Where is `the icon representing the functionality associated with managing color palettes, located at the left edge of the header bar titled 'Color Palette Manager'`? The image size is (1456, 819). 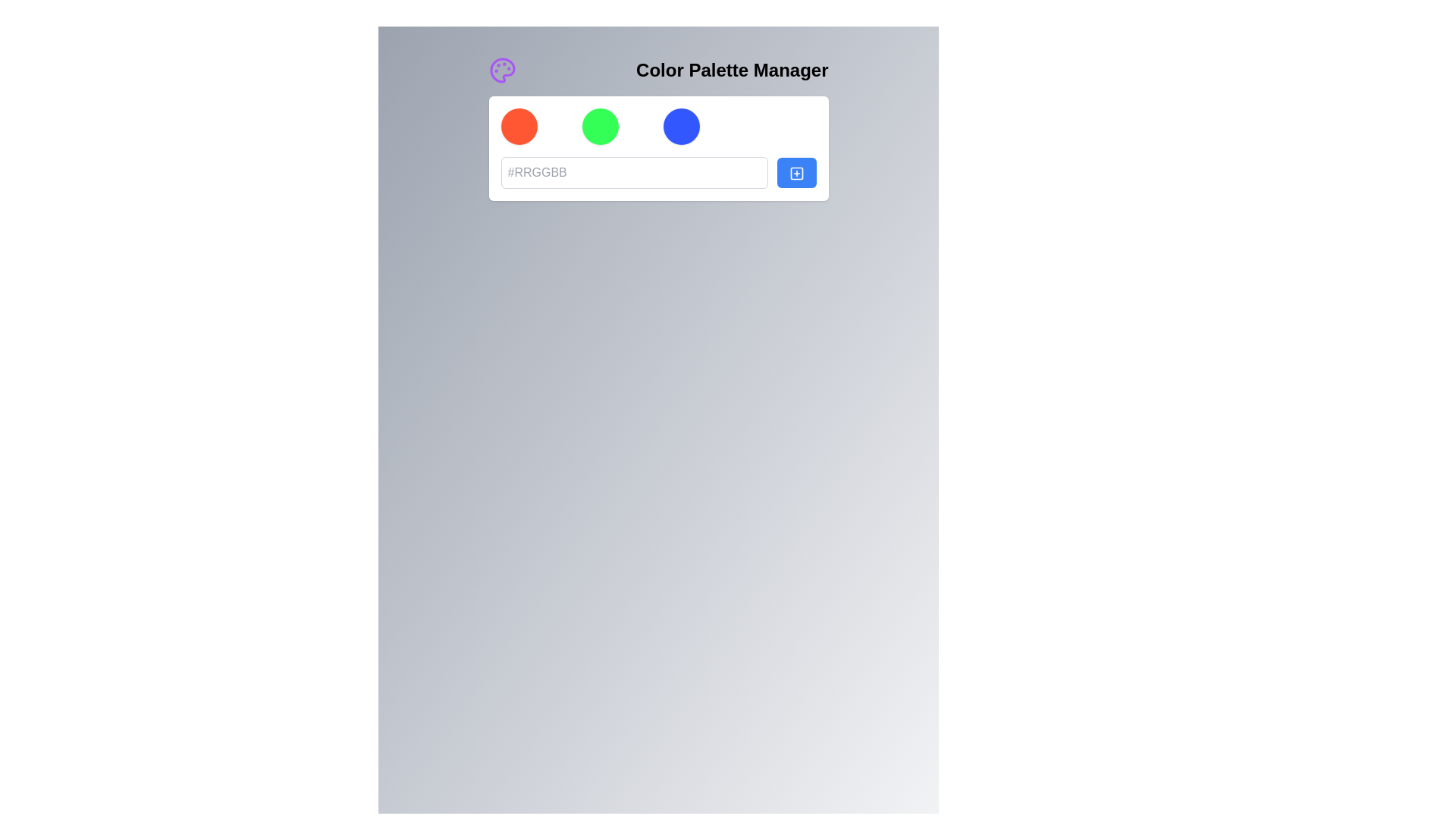 the icon representing the functionality associated with managing color palettes, located at the left edge of the header bar titled 'Color Palette Manager' is located at coordinates (502, 70).